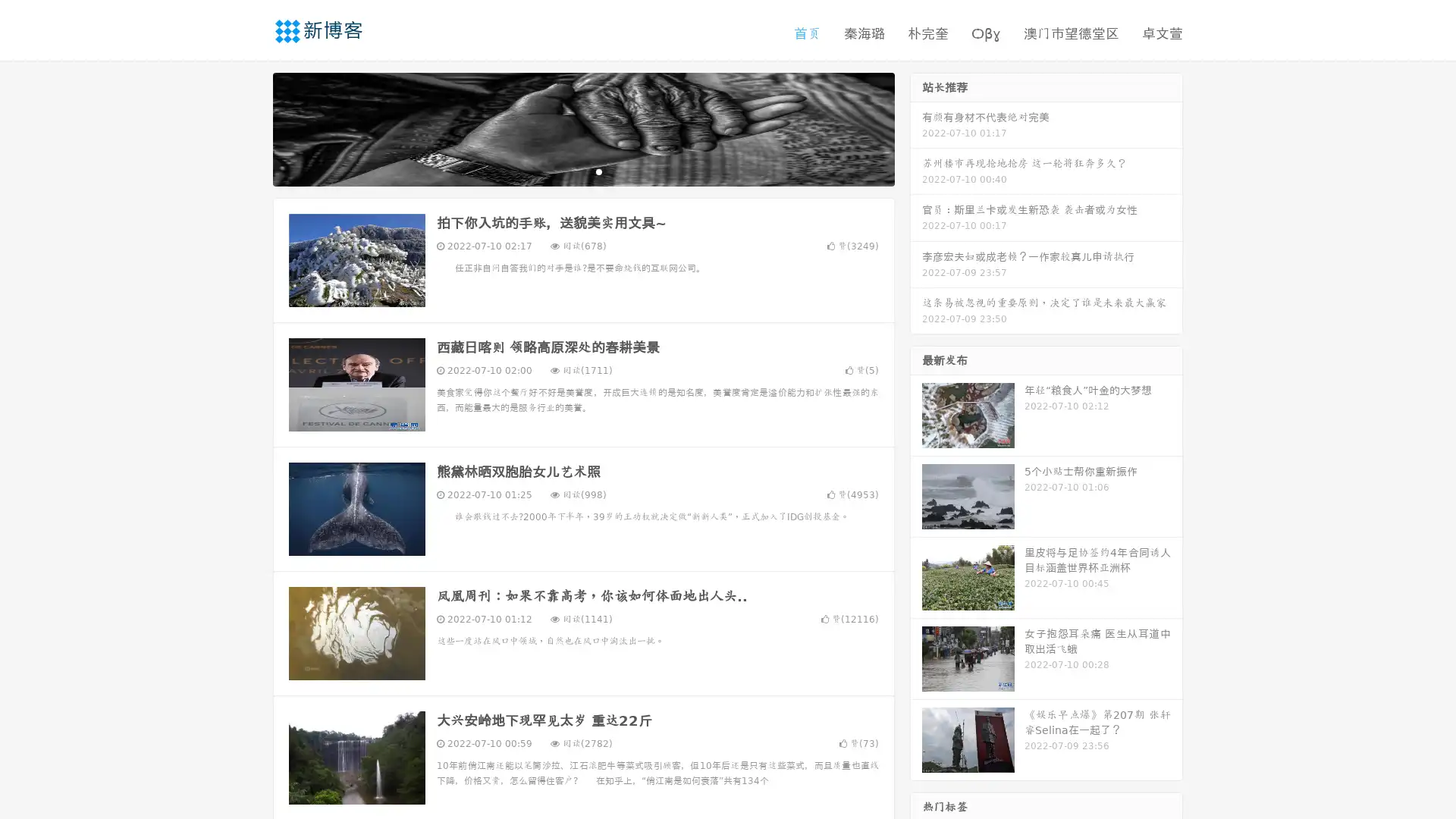  What do you see at coordinates (582, 171) in the screenshot?
I see `Go to slide 2` at bounding box center [582, 171].